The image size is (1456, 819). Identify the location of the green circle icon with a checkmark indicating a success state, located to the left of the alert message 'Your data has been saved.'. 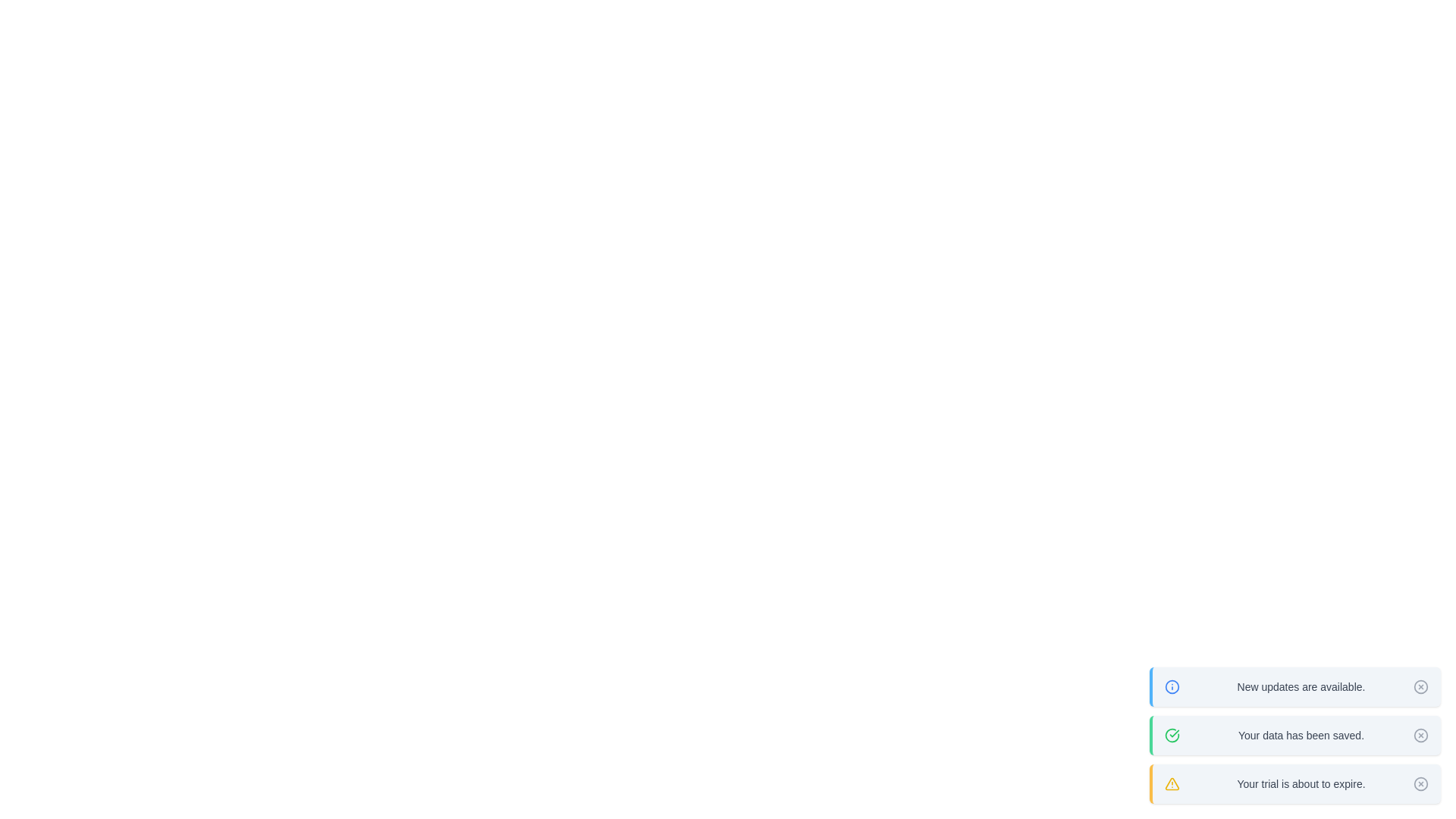
(1171, 734).